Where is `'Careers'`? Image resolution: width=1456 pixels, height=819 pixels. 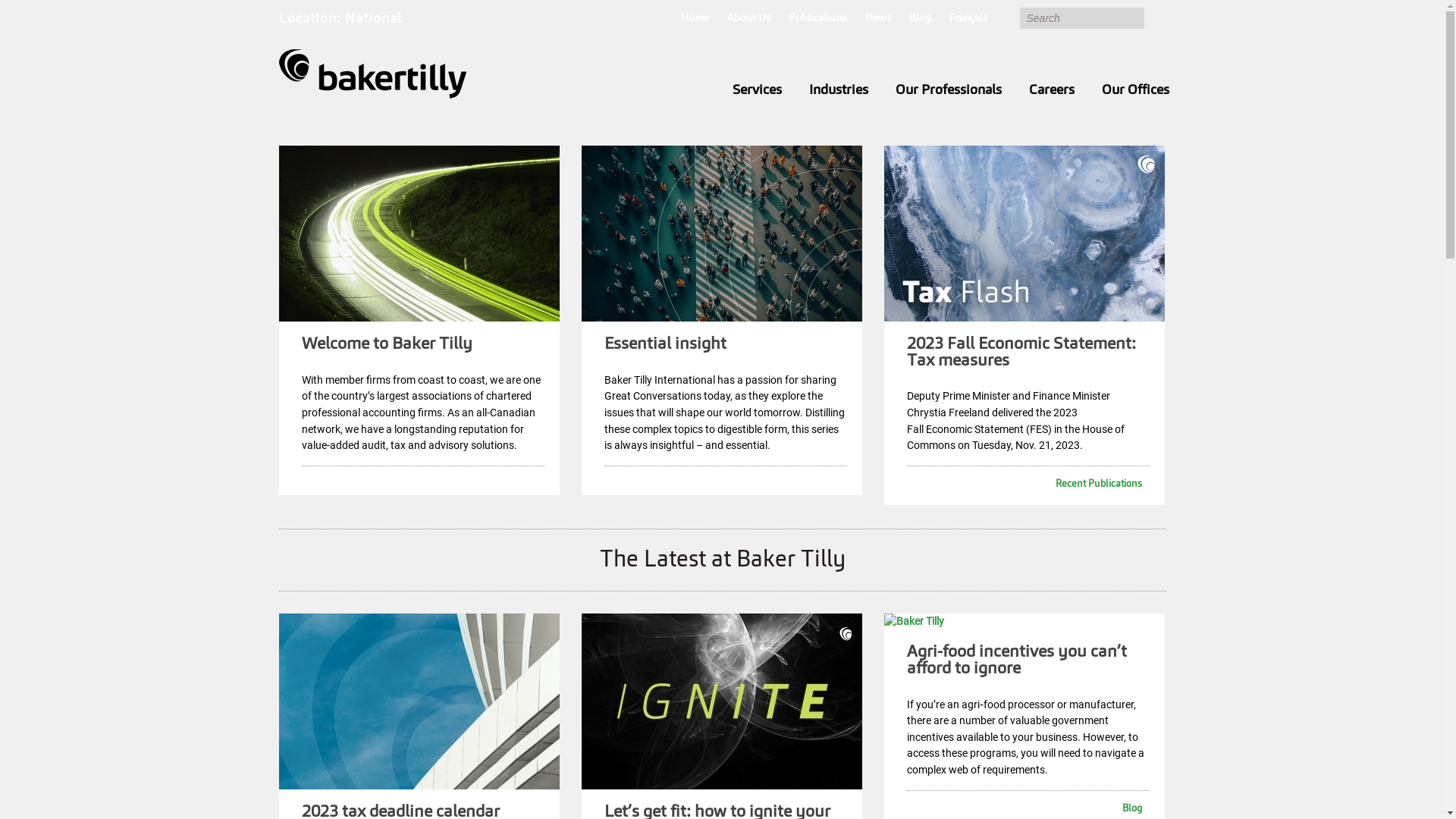 'Careers' is located at coordinates (1050, 90).